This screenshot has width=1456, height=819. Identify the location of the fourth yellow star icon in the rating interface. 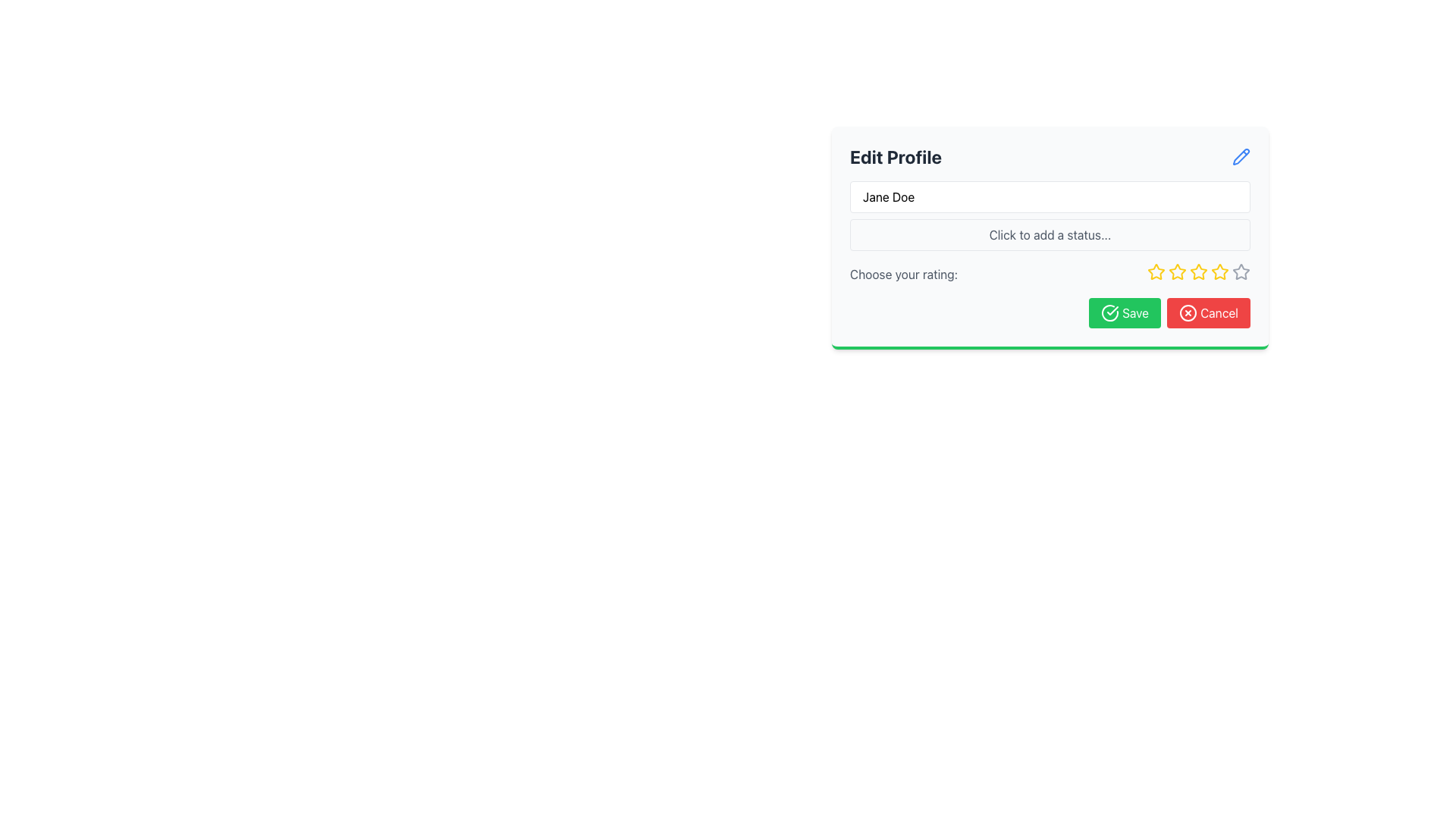
(1197, 271).